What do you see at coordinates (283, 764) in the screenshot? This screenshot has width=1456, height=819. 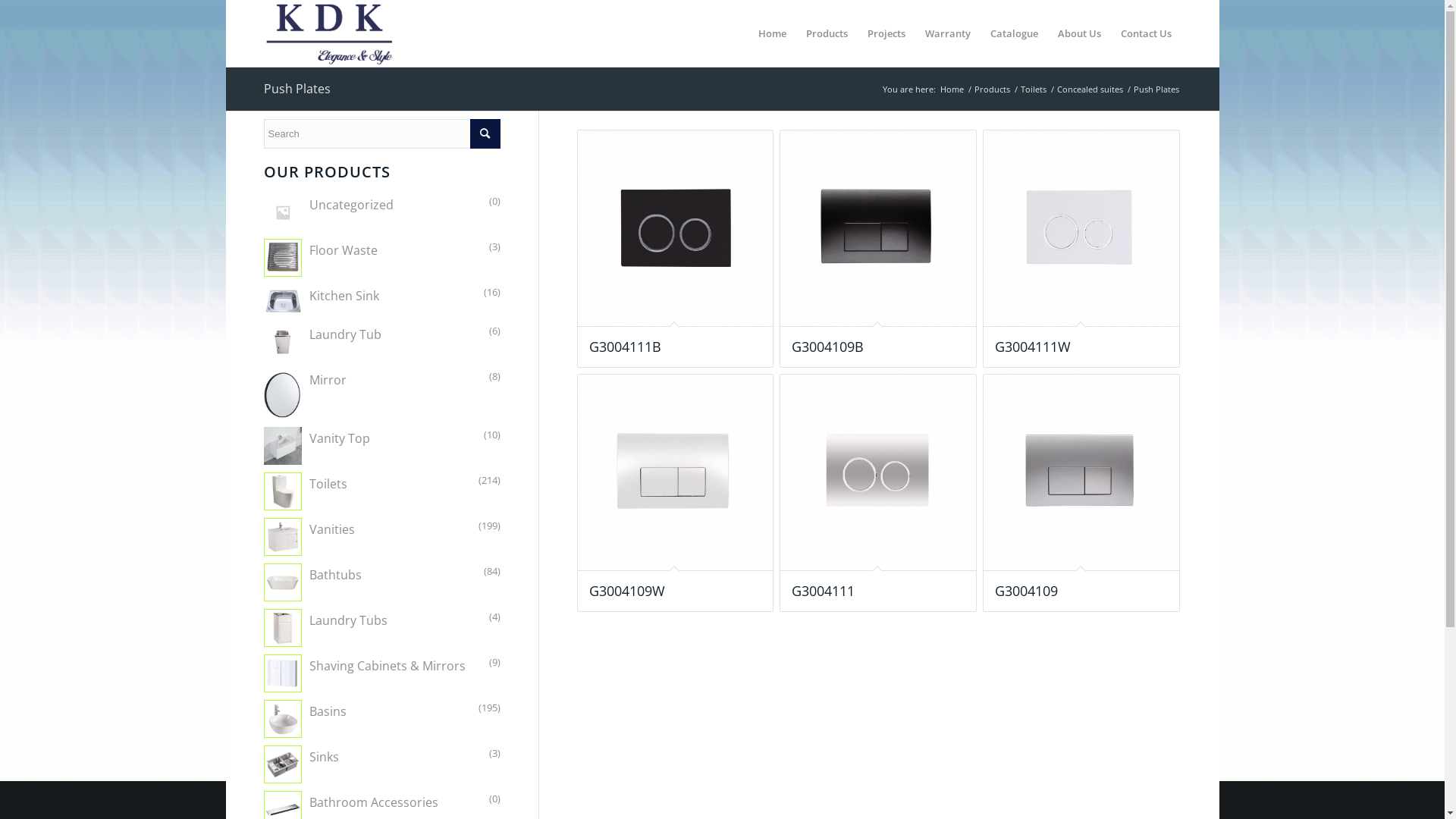 I see `'Sinks'` at bounding box center [283, 764].